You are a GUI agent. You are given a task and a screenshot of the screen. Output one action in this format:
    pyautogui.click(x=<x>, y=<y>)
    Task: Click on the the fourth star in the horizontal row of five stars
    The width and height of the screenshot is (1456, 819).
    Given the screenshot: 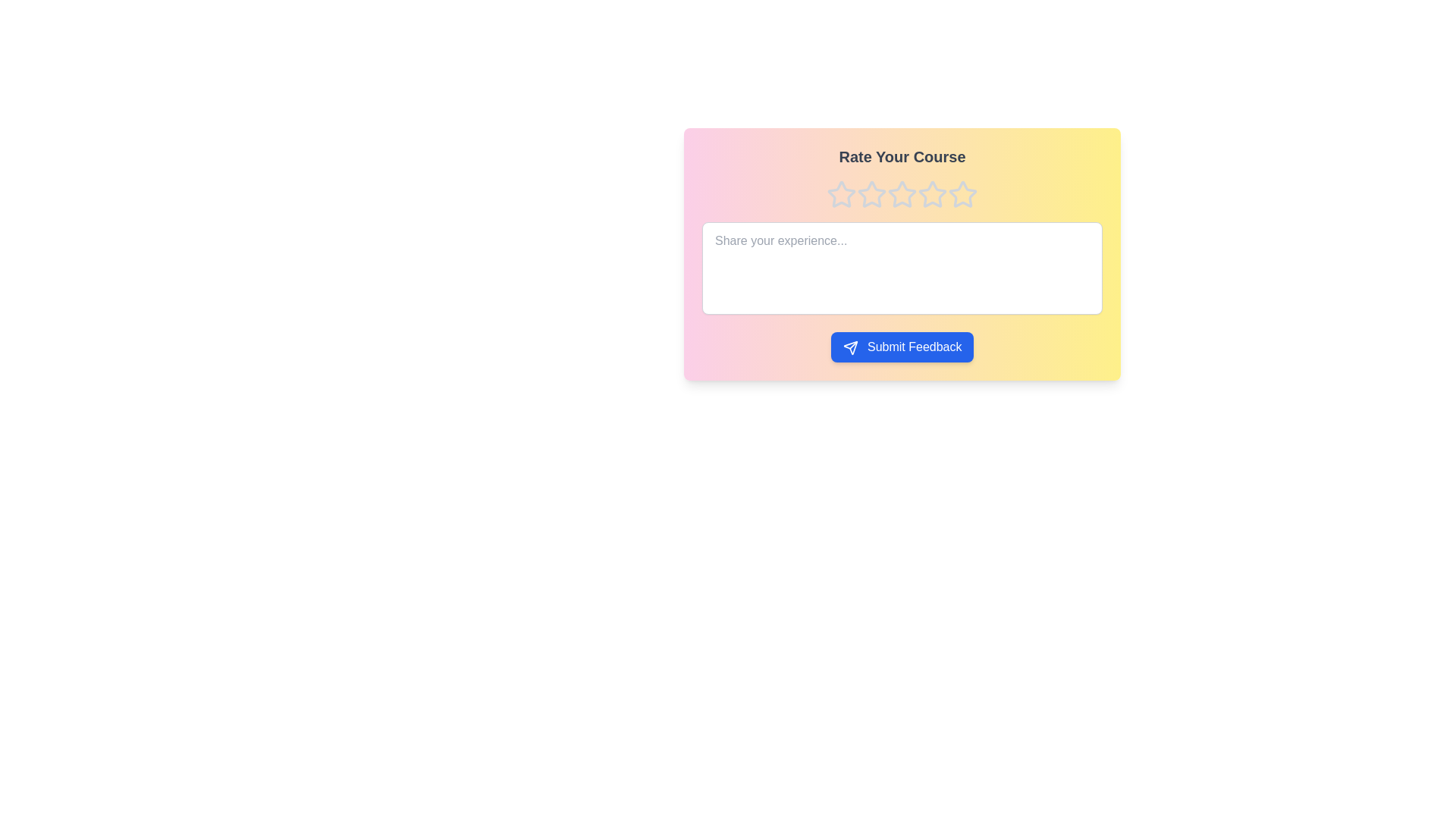 What is the action you would take?
    pyautogui.click(x=931, y=194)
    